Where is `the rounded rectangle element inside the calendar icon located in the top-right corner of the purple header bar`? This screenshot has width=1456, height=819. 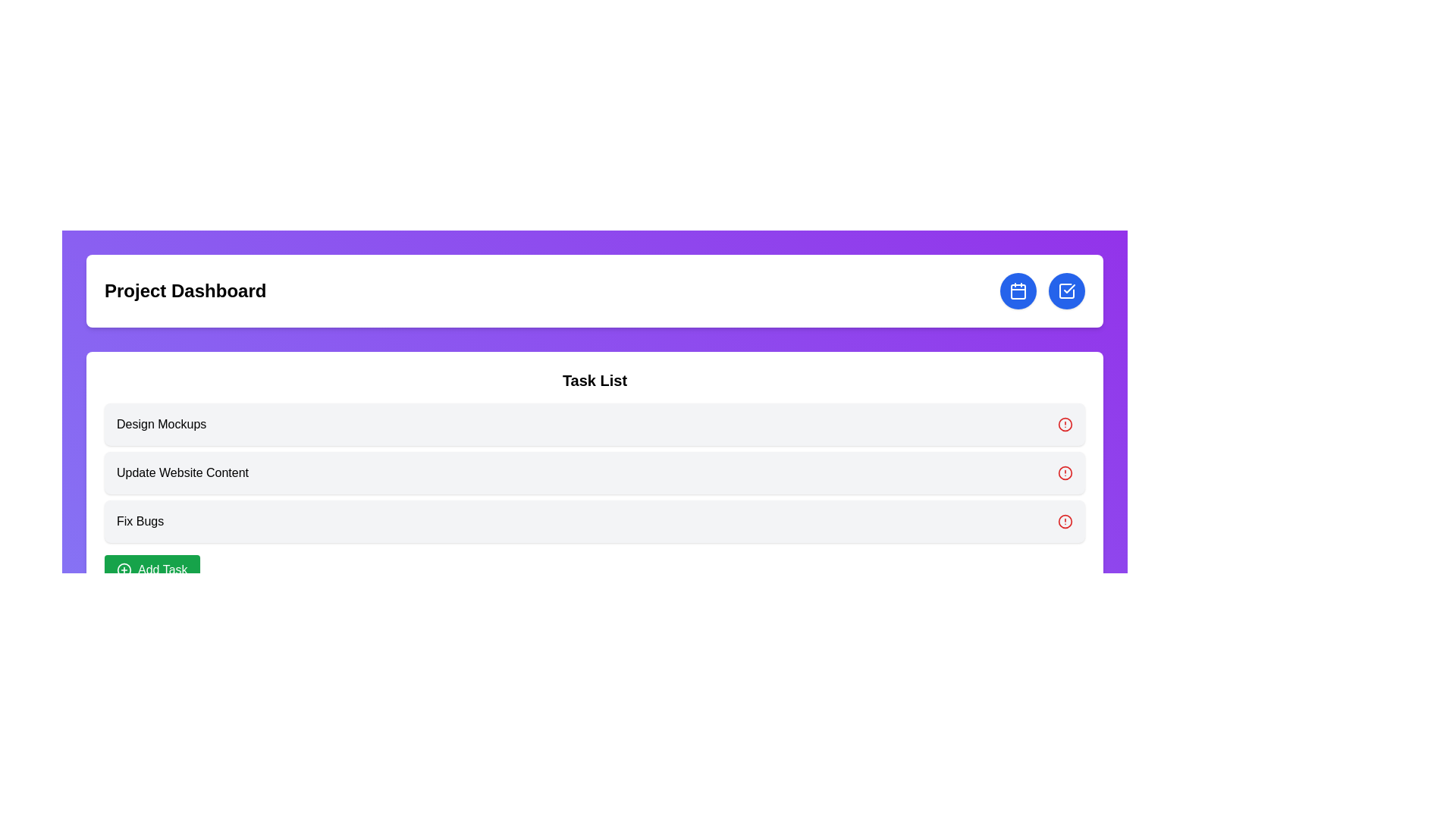
the rounded rectangle element inside the calendar icon located in the top-right corner of the purple header bar is located at coordinates (1018, 292).